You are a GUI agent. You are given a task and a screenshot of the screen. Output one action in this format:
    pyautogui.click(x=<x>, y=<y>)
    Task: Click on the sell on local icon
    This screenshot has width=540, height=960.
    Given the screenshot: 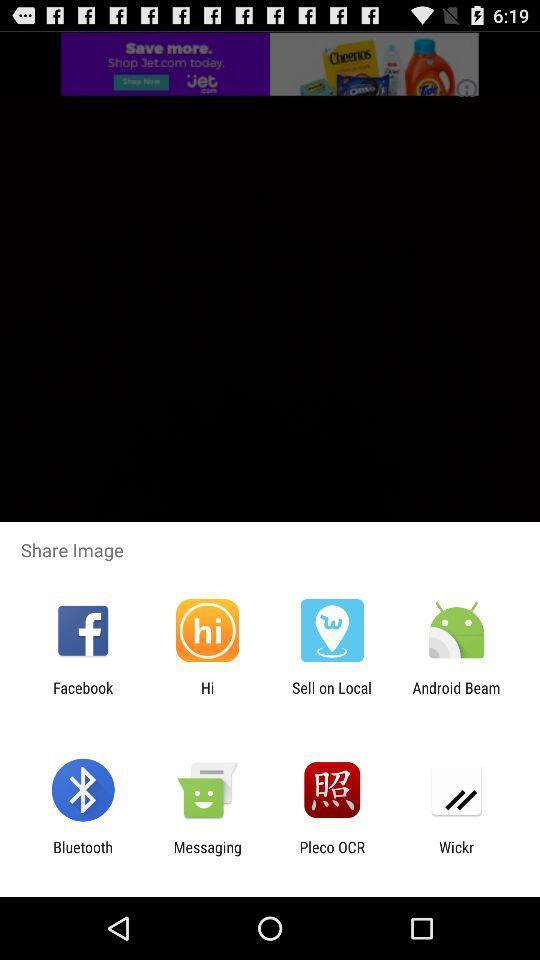 What is the action you would take?
    pyautogui.click(x=332, y=696)
    